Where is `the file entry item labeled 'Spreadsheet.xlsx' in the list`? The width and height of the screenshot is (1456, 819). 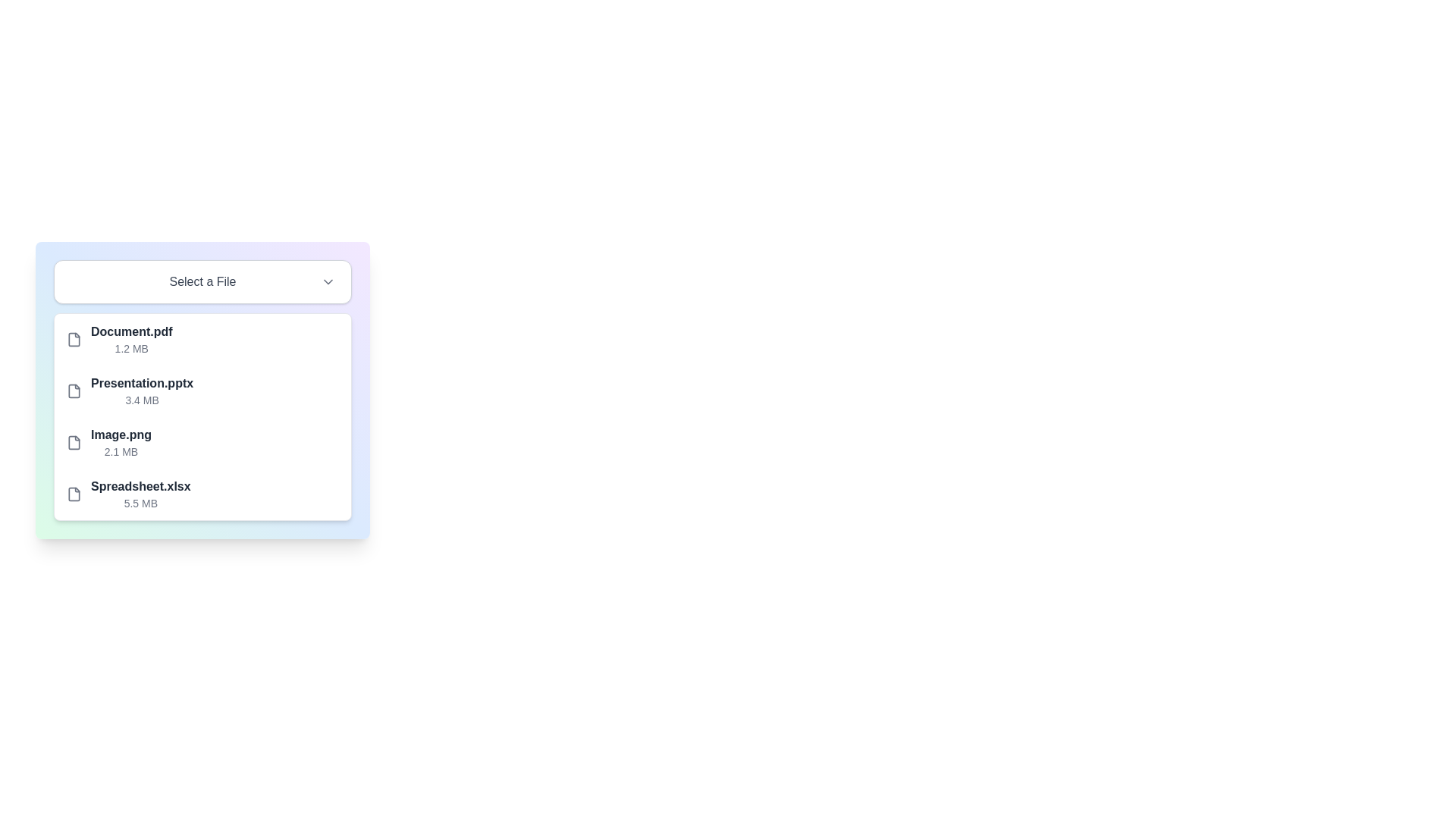
the file entry item labeled 'Spreadsheet.xlsx' in the list is located at coordinates (202, 494).